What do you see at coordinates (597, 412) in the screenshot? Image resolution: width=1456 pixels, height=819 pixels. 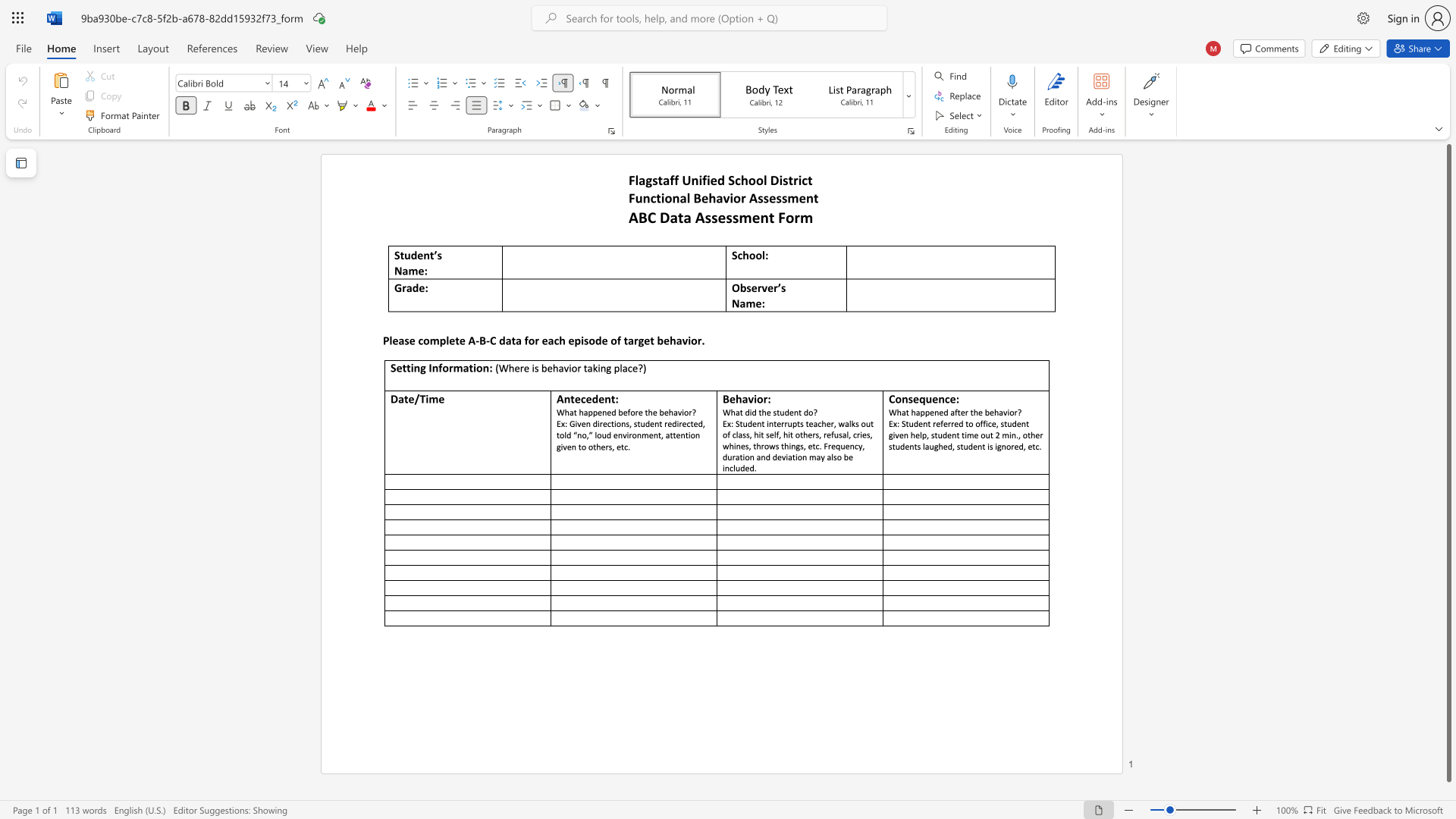 I see `the subset text "ened b" within the text "What happened before the behavior?"` at bounding box center [597, 412].